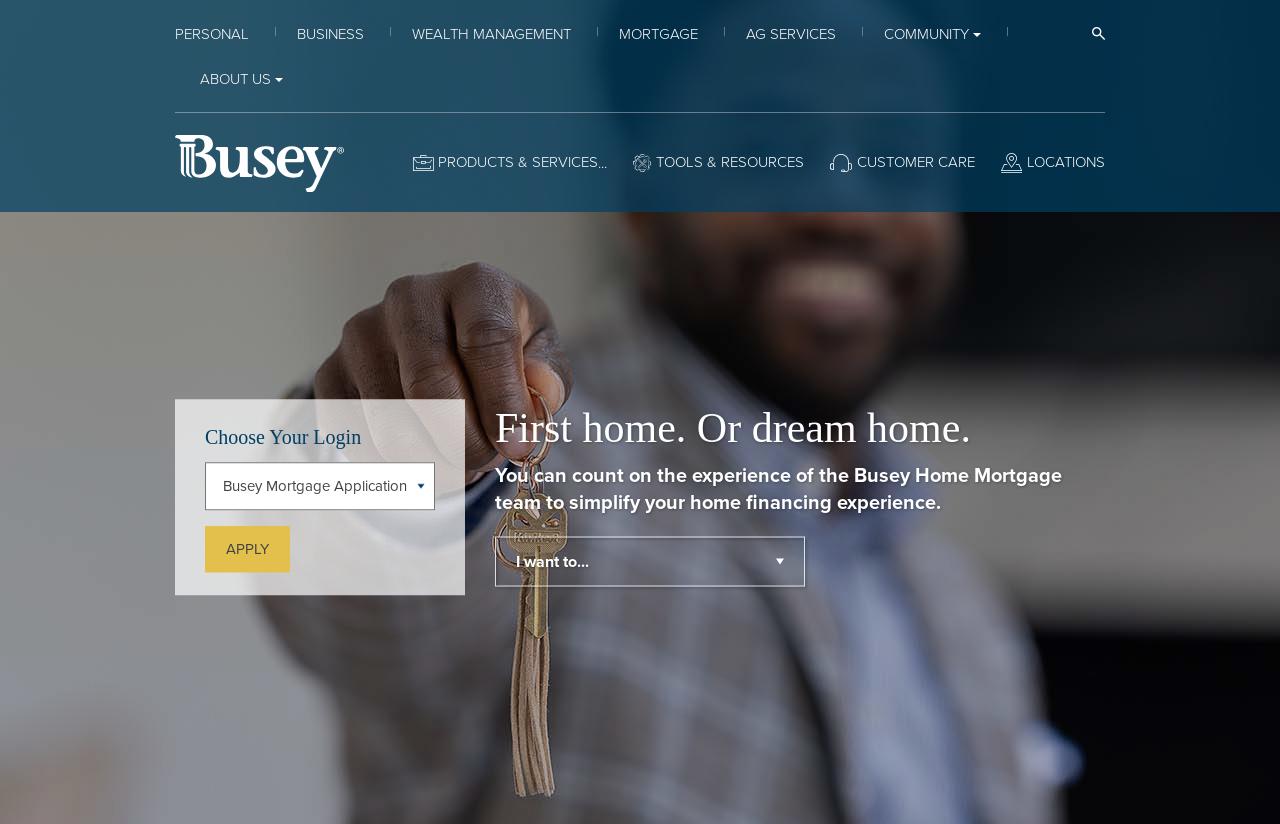 This screenshot has width=1280, height=824. Describe the element at coordinates (776, 487) in the screenshot. I see `'You can count on the experience of the Busey Home Mortgage team to simplify your home financing experience.'` at that location.